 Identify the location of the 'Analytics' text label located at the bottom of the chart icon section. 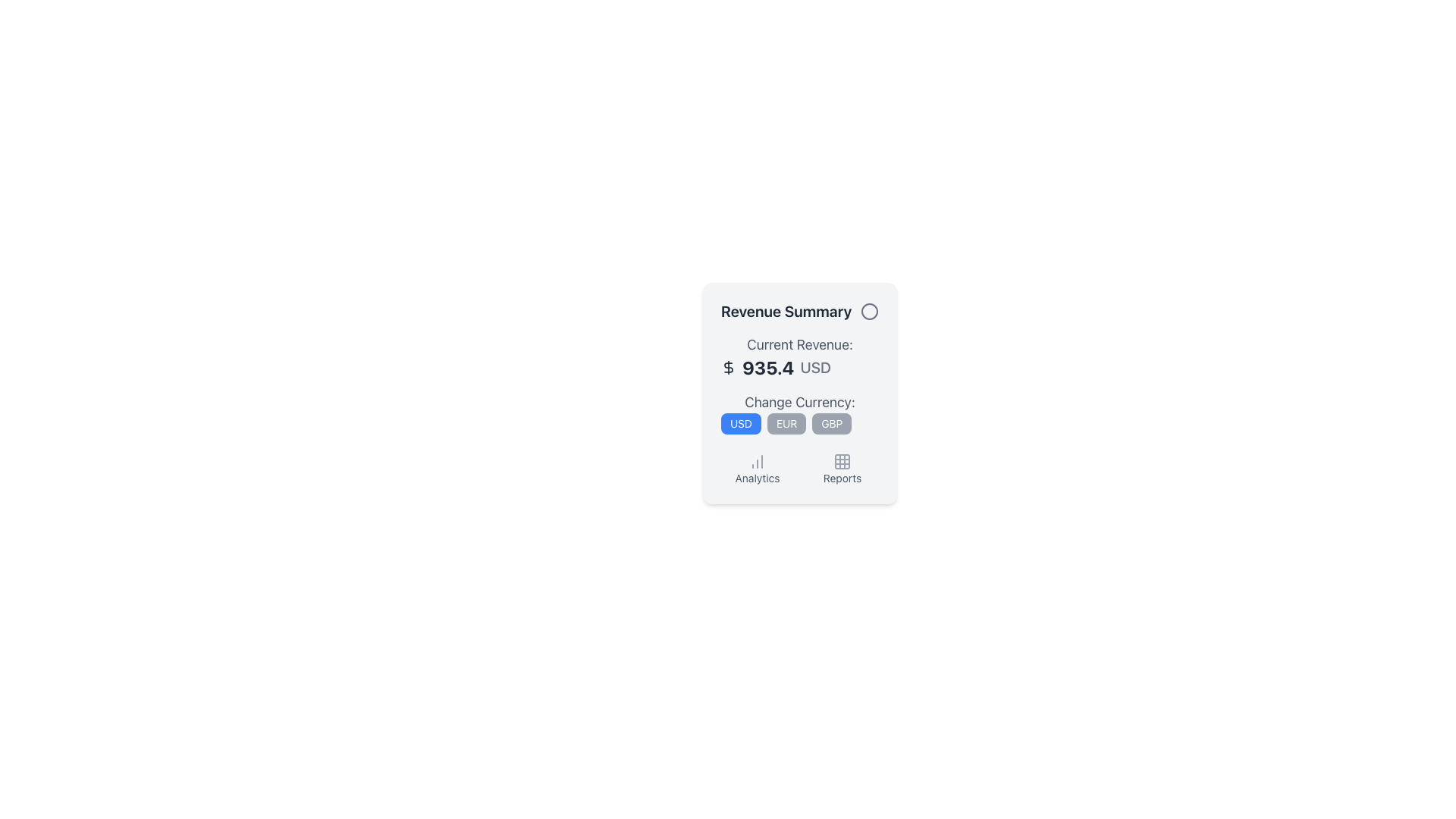
(757, 479).